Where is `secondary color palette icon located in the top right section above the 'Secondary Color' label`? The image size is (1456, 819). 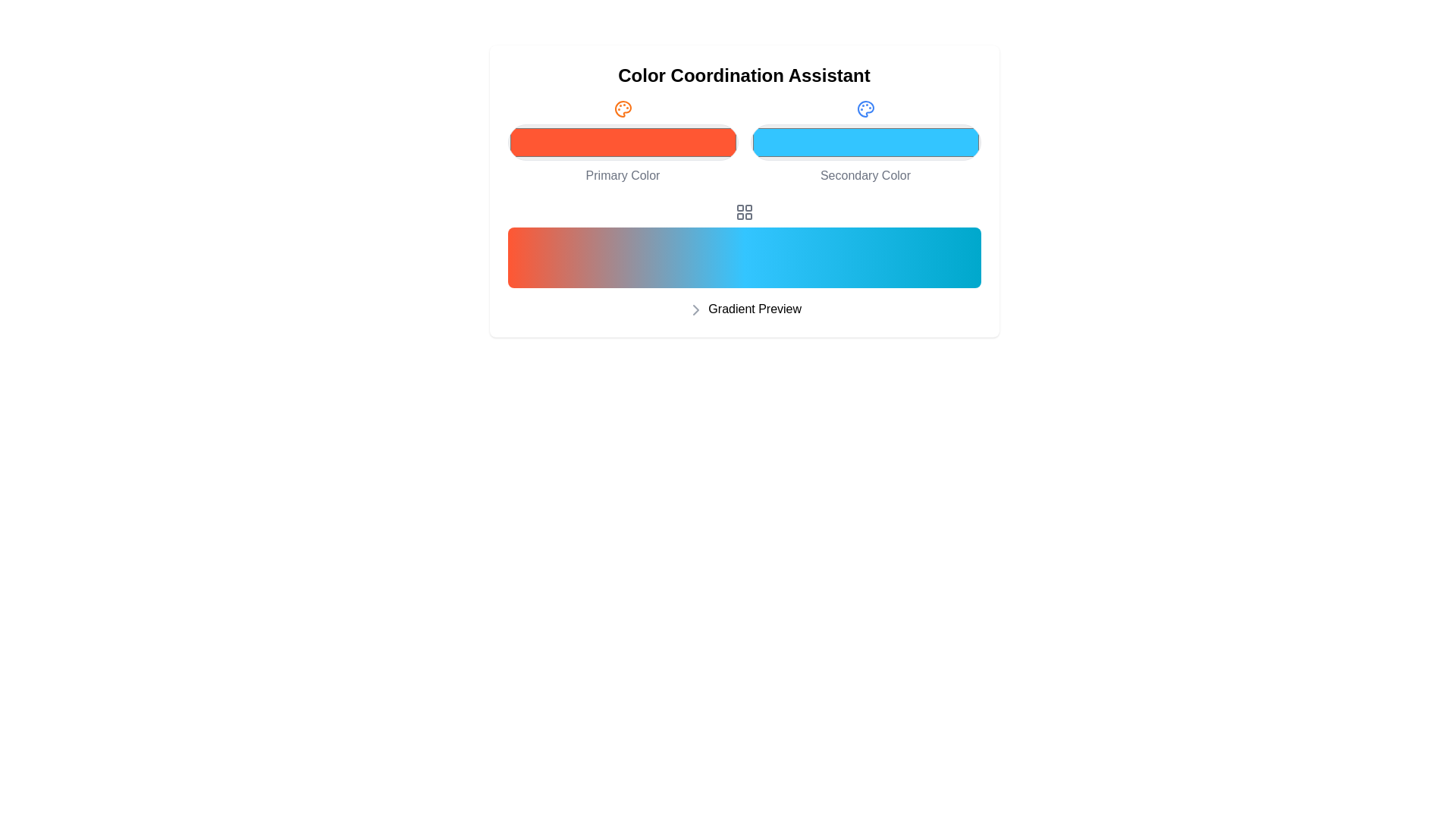 secondary color palette icon located in the top right section above the 'Secondary Color' label is located at coordinates (865, 108).